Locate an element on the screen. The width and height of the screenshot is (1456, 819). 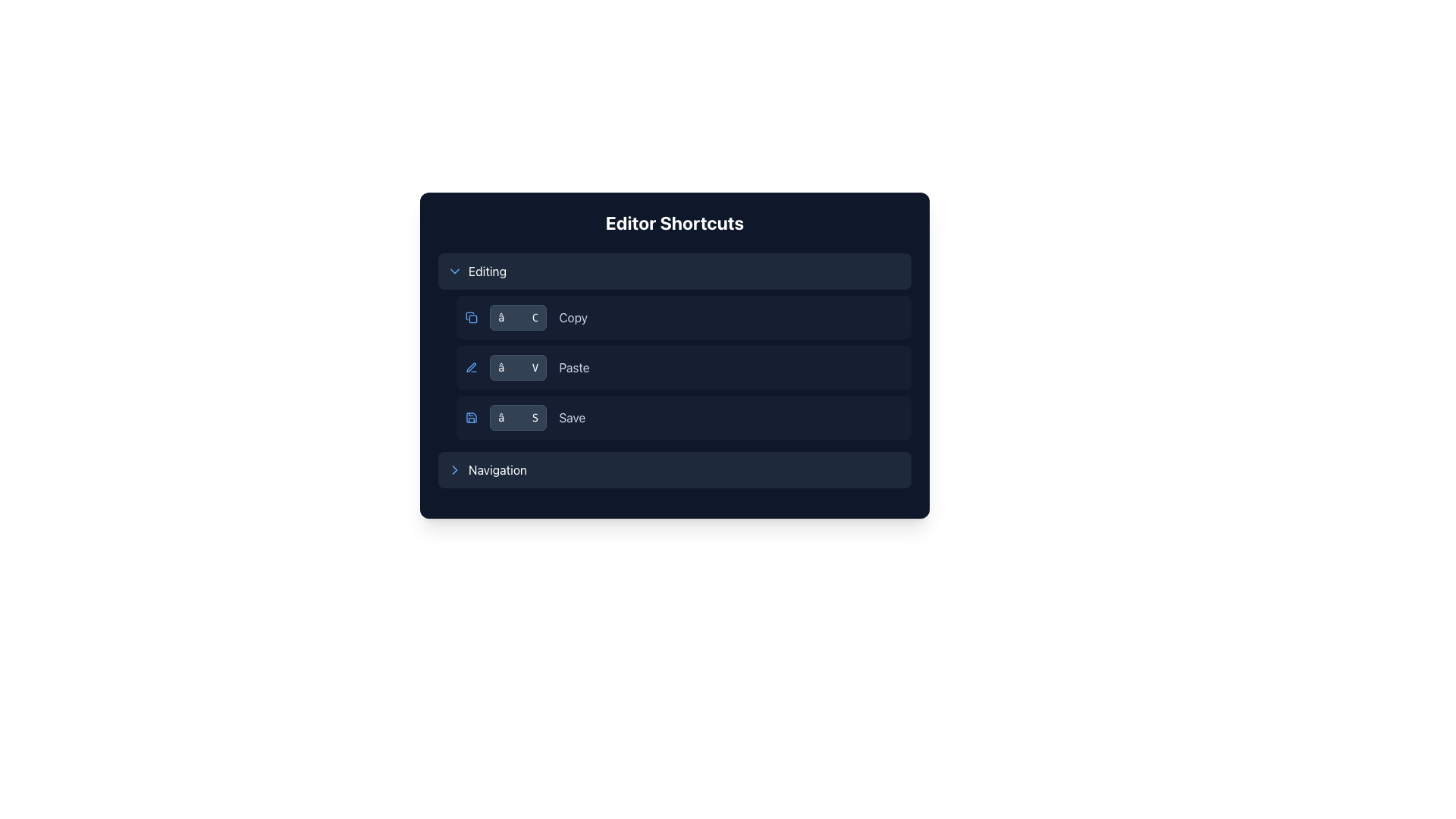
the keyboard shortcut associated with the 'Save' shortcut indicator panel, which displays '⌘ S' in the middle of the dark-themed panel is located at coordinates (683, 418).